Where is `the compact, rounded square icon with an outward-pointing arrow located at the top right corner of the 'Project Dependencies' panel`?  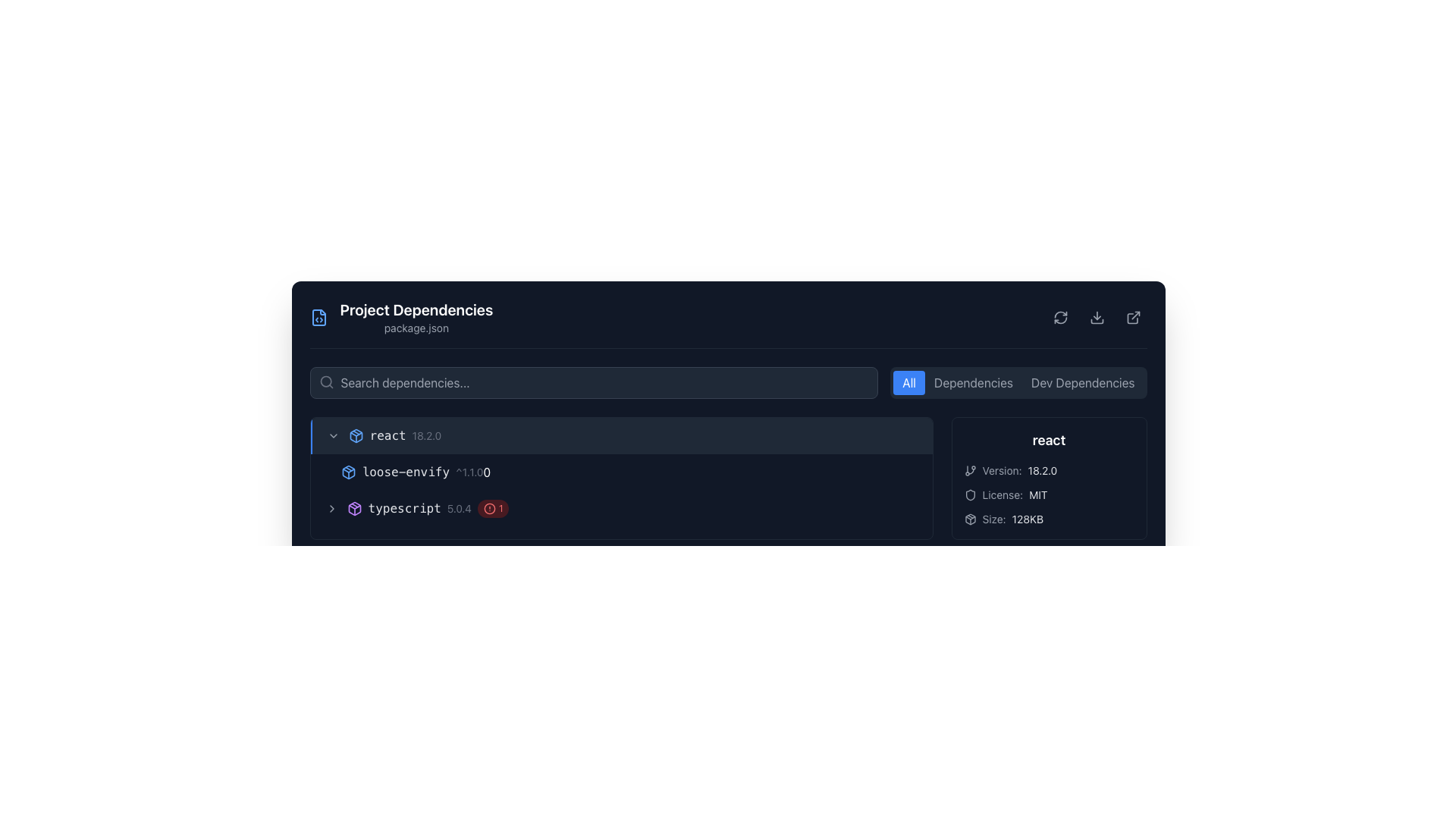 the compact, rounded square icon with an outward-pointing arrow located at the top right corner of the 'Project Dependencies' panel is located at coordinates (1133, 317).